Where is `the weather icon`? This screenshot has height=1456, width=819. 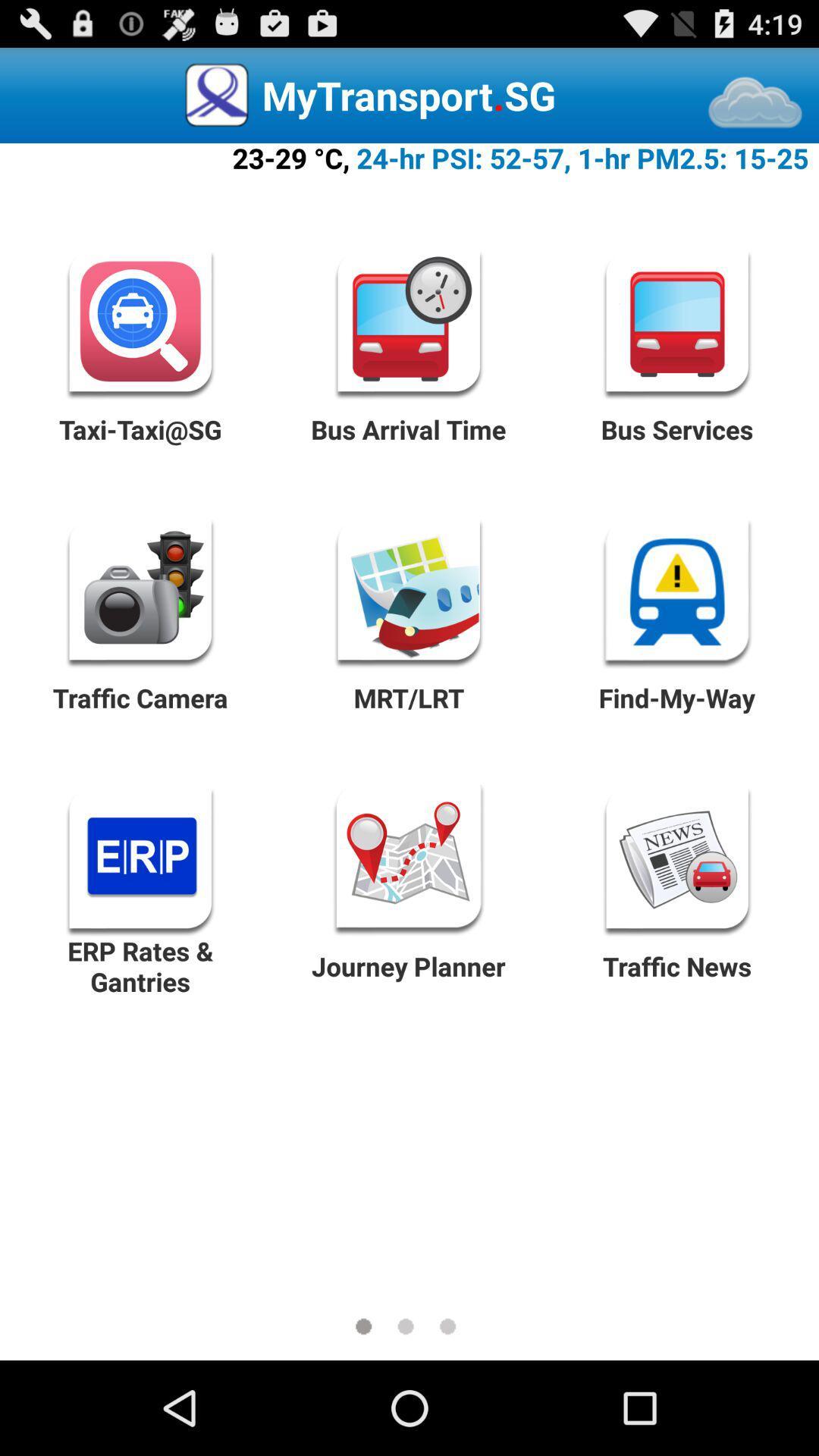
the weather icon is located at coordinates (755, 110).